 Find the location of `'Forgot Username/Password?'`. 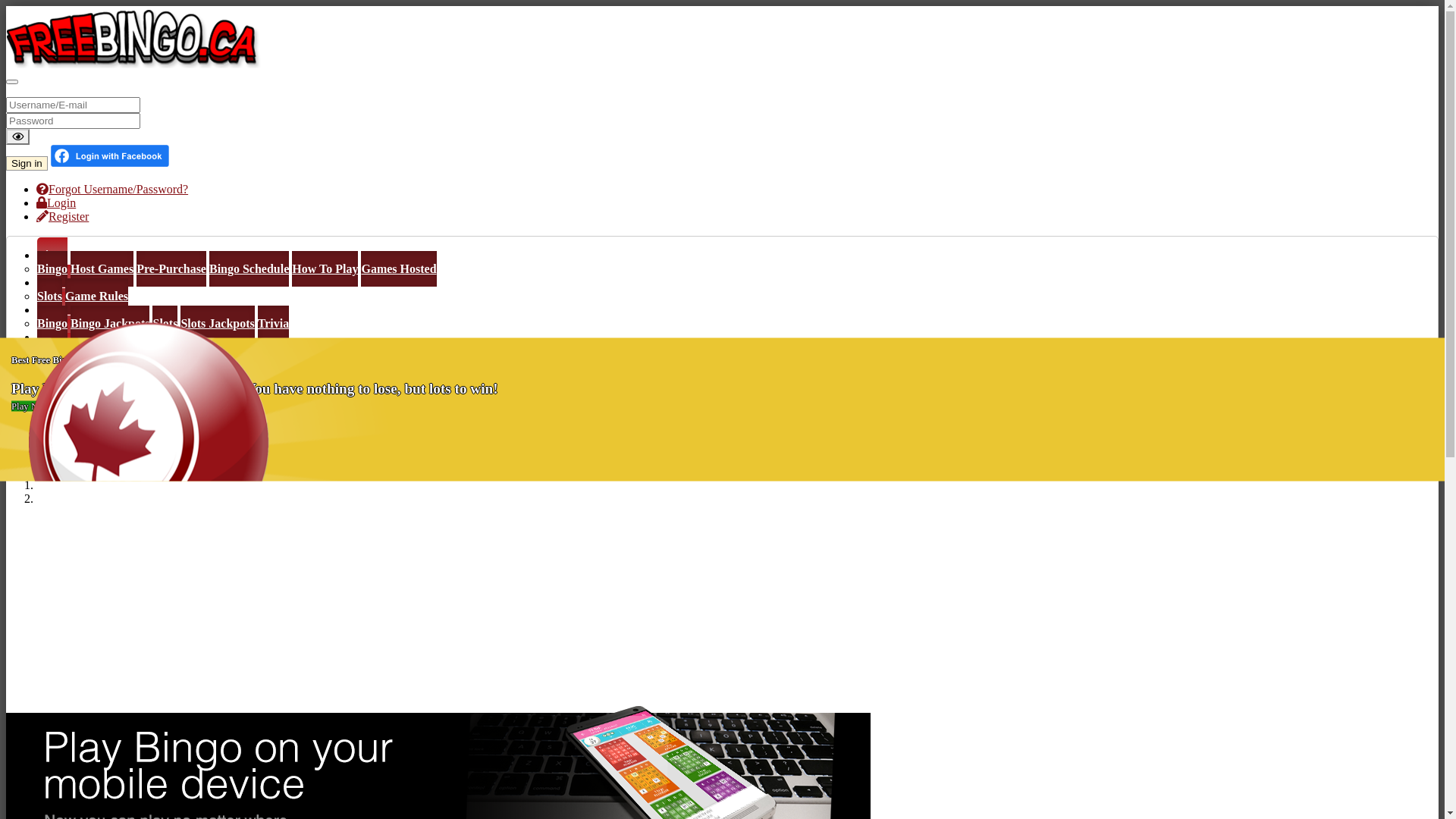

'Forgot Username/Password?' is located at coordinates (36, 188).